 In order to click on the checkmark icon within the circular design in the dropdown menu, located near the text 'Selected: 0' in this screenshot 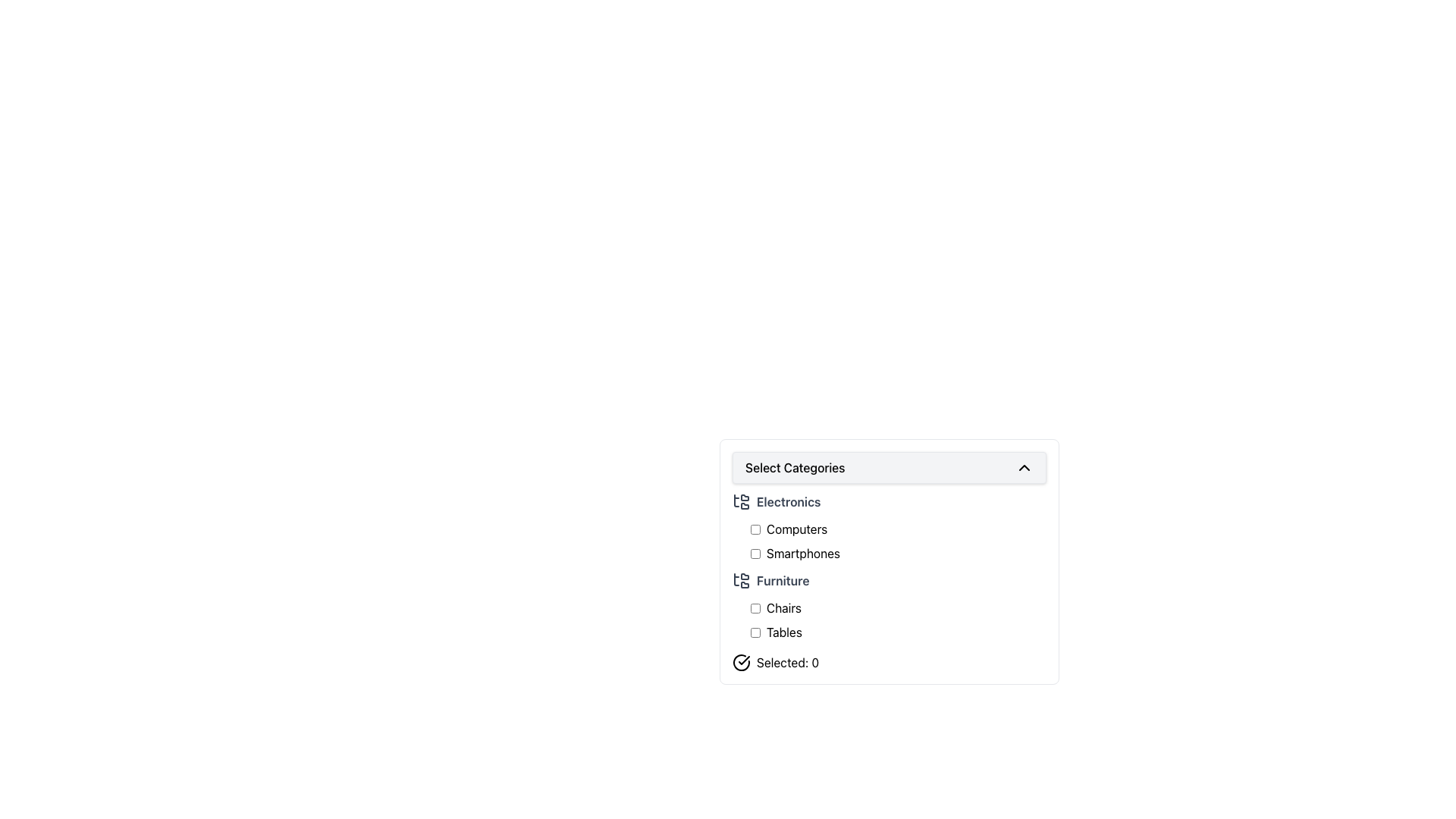, I will do `click(744, 660)`.